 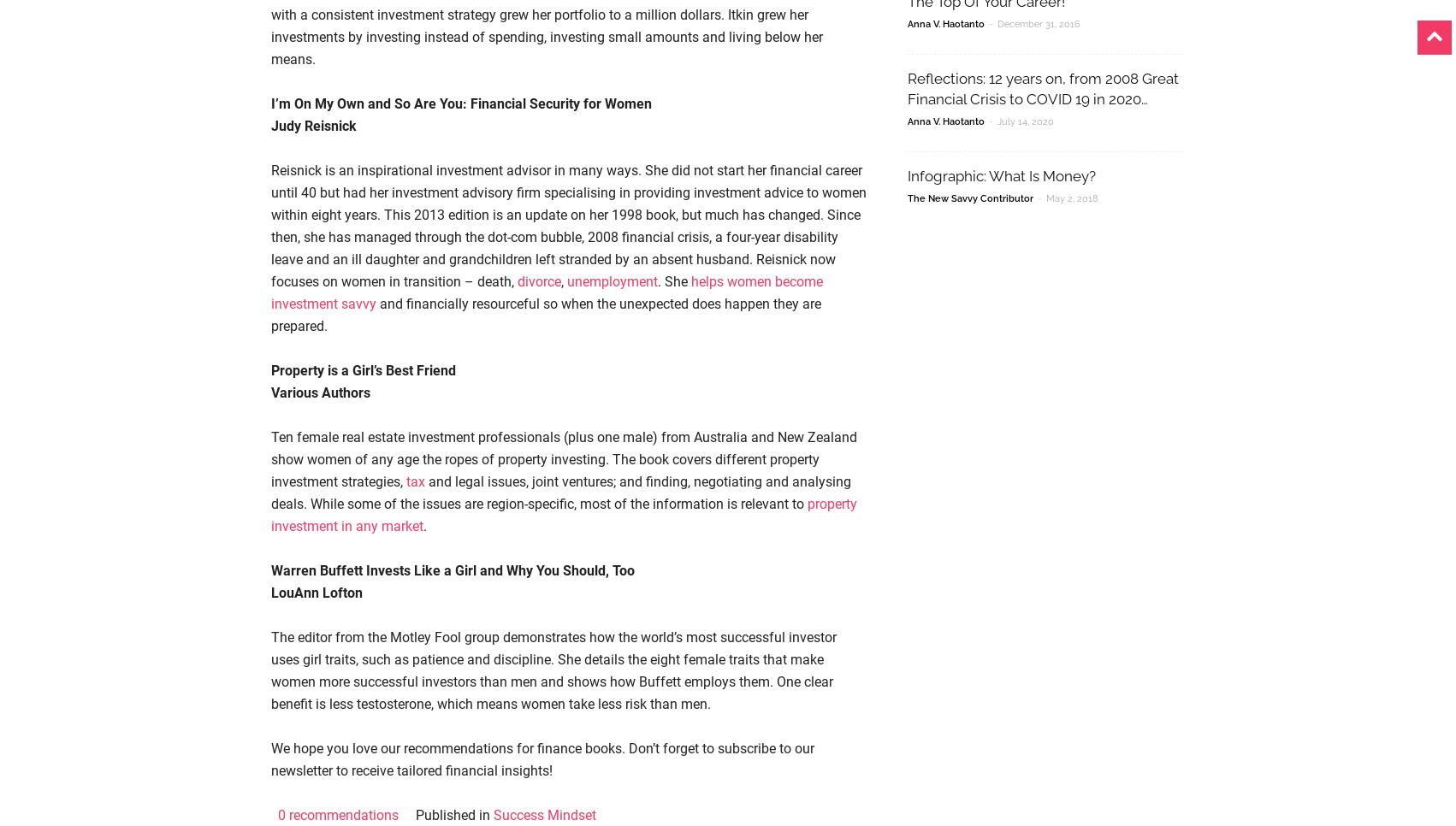 What do you see at coordinates (560, 492) in the screenshot?
I see `'and legal issues, joint ventures; and finding, negotiating and analysing deals. While some of the issues are region-specific, most of the information is relevant to'` at bounding box center [560, 492].